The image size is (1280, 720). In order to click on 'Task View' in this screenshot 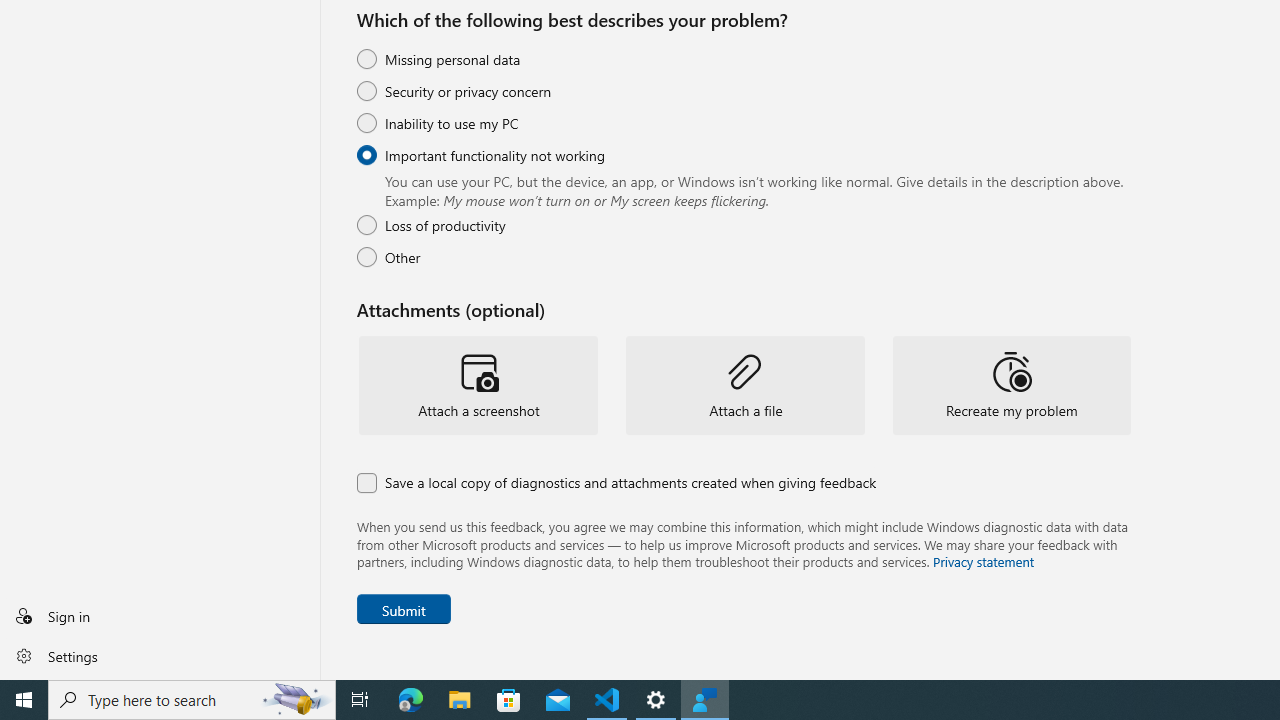, I will do `click(359, 698)`.